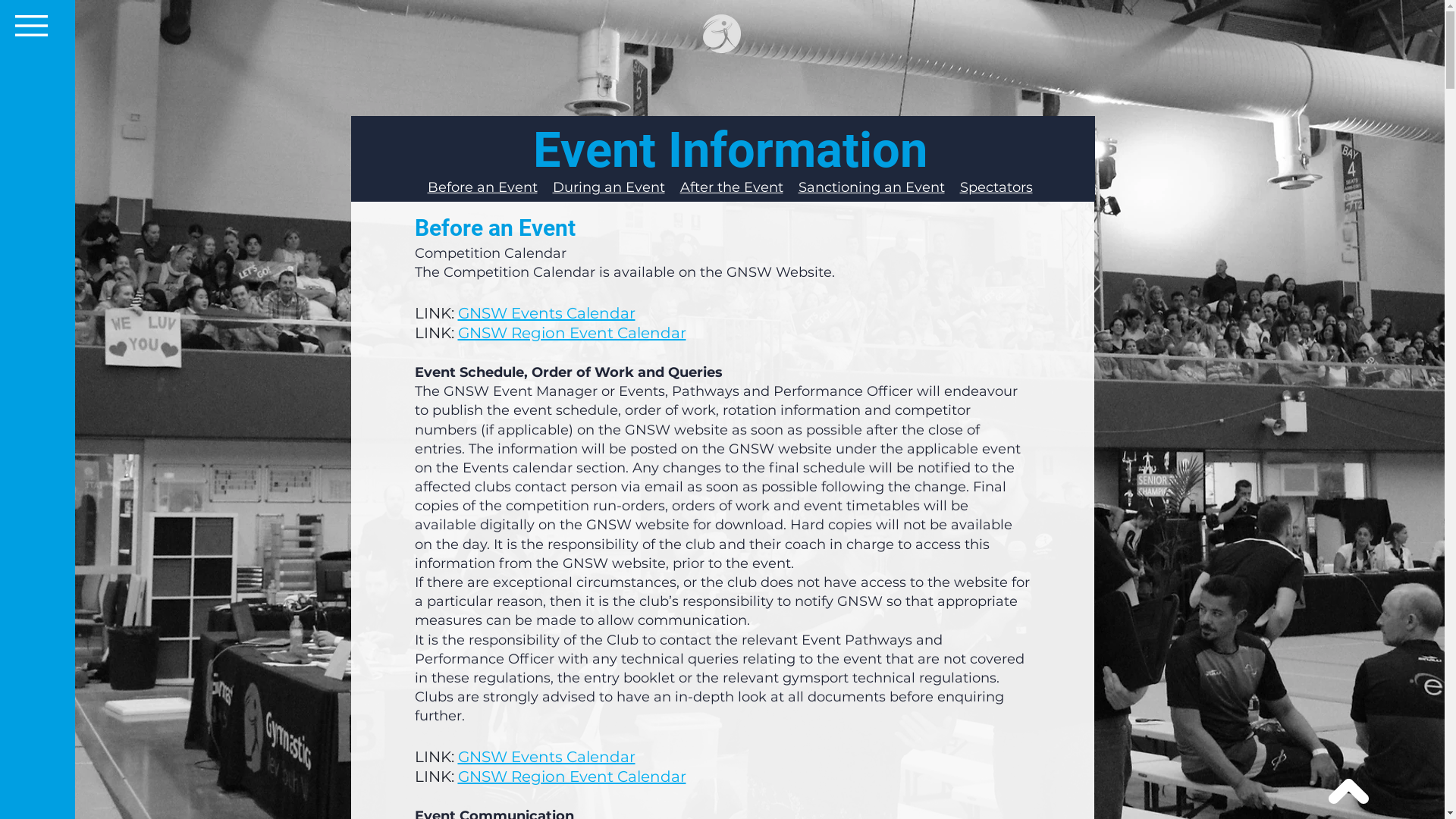  I want to click on 'GNSW Region Event Calendar', so click(571, 332).